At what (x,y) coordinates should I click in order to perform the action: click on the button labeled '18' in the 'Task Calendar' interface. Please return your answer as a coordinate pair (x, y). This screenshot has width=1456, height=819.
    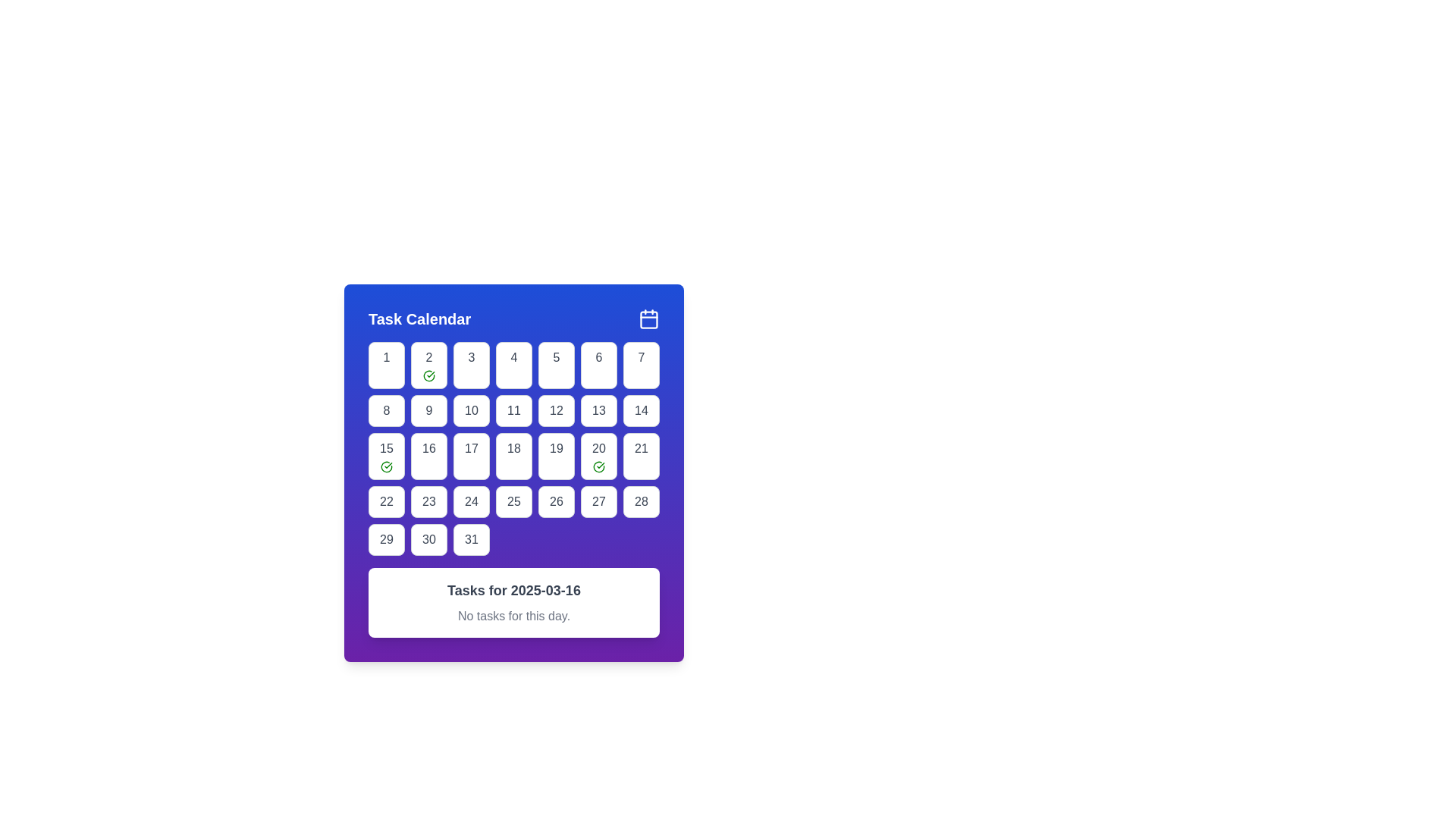
    Looking at the image, I should click on (513, 455).